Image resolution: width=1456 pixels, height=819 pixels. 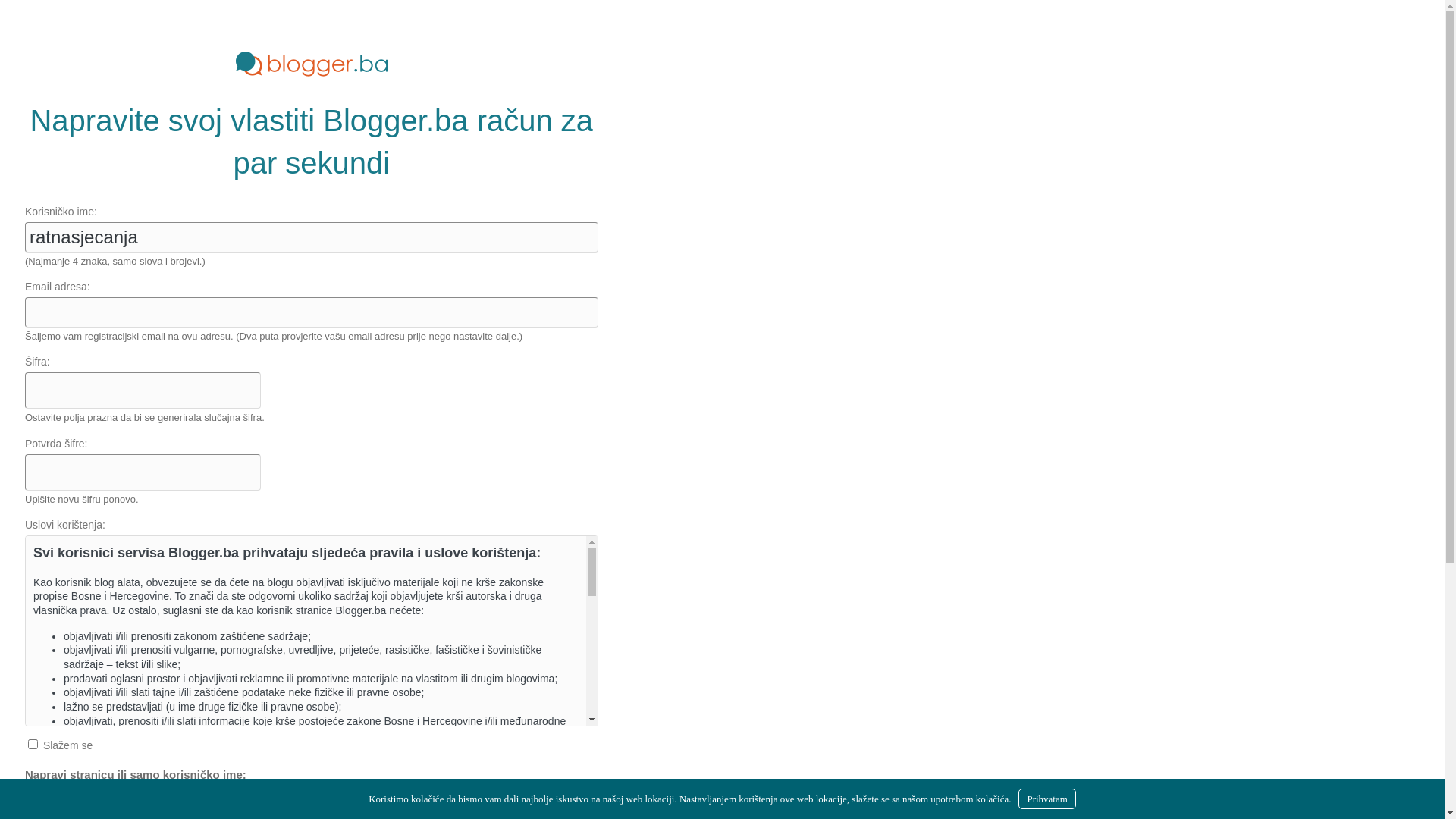 I want to click on 'Prihvatam', so click(x=1046, y=798).